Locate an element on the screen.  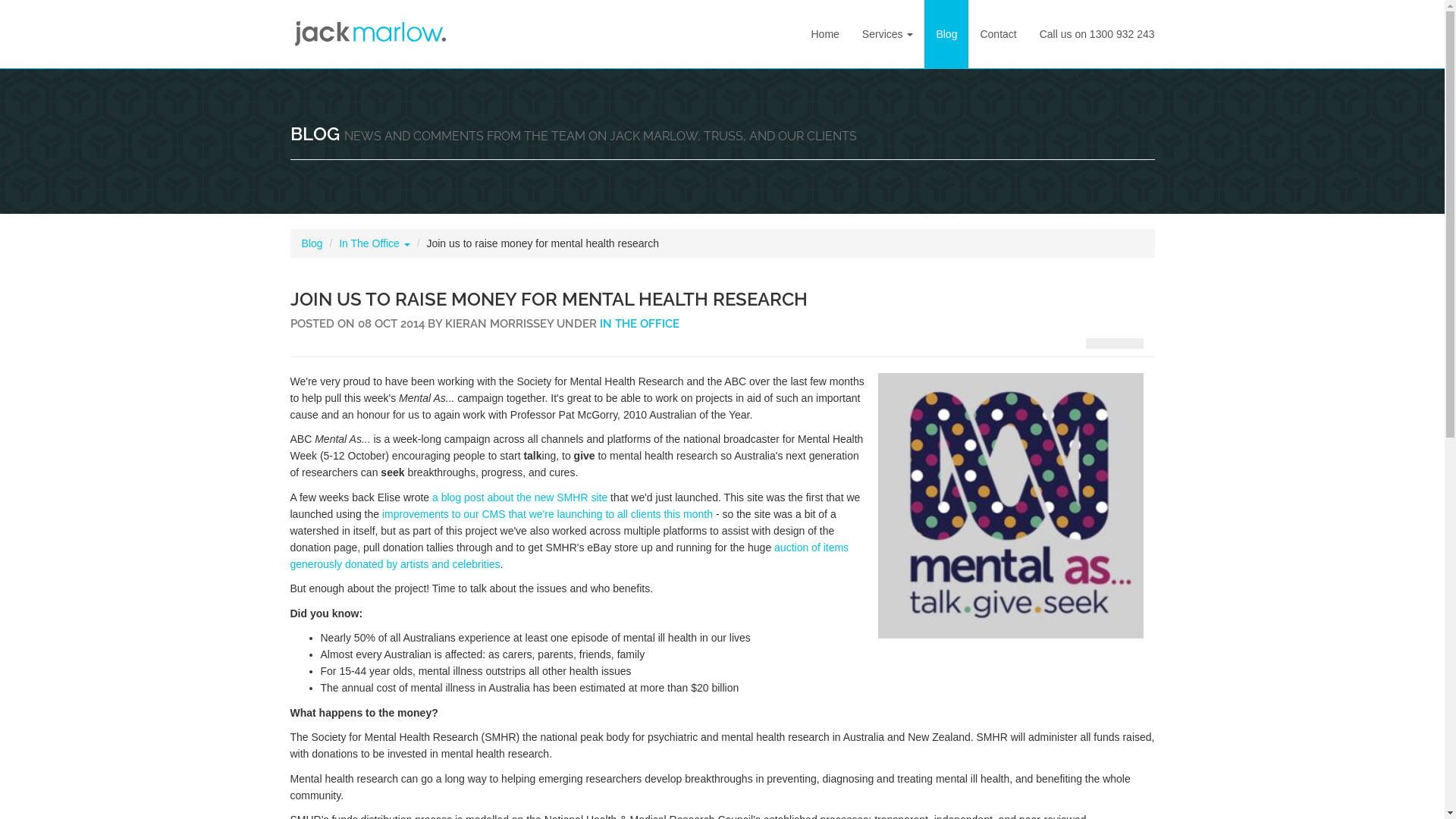
'Contact' is located at coordinates (997, 34).